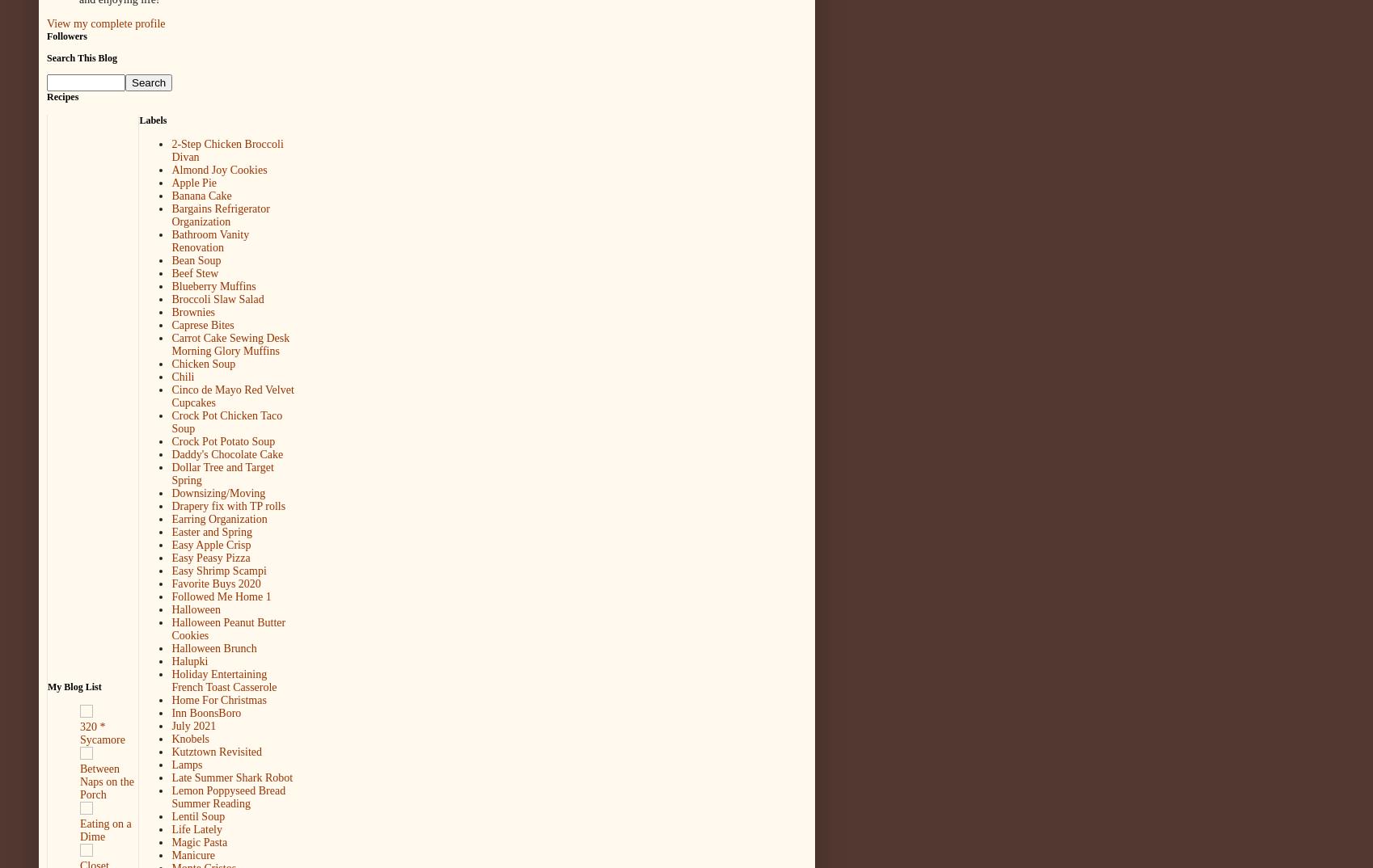 This screenshot has height=868, width=1373. I want to click on 'Lemon Poppyseed Bread
Summer Reading', so click(227, 796).